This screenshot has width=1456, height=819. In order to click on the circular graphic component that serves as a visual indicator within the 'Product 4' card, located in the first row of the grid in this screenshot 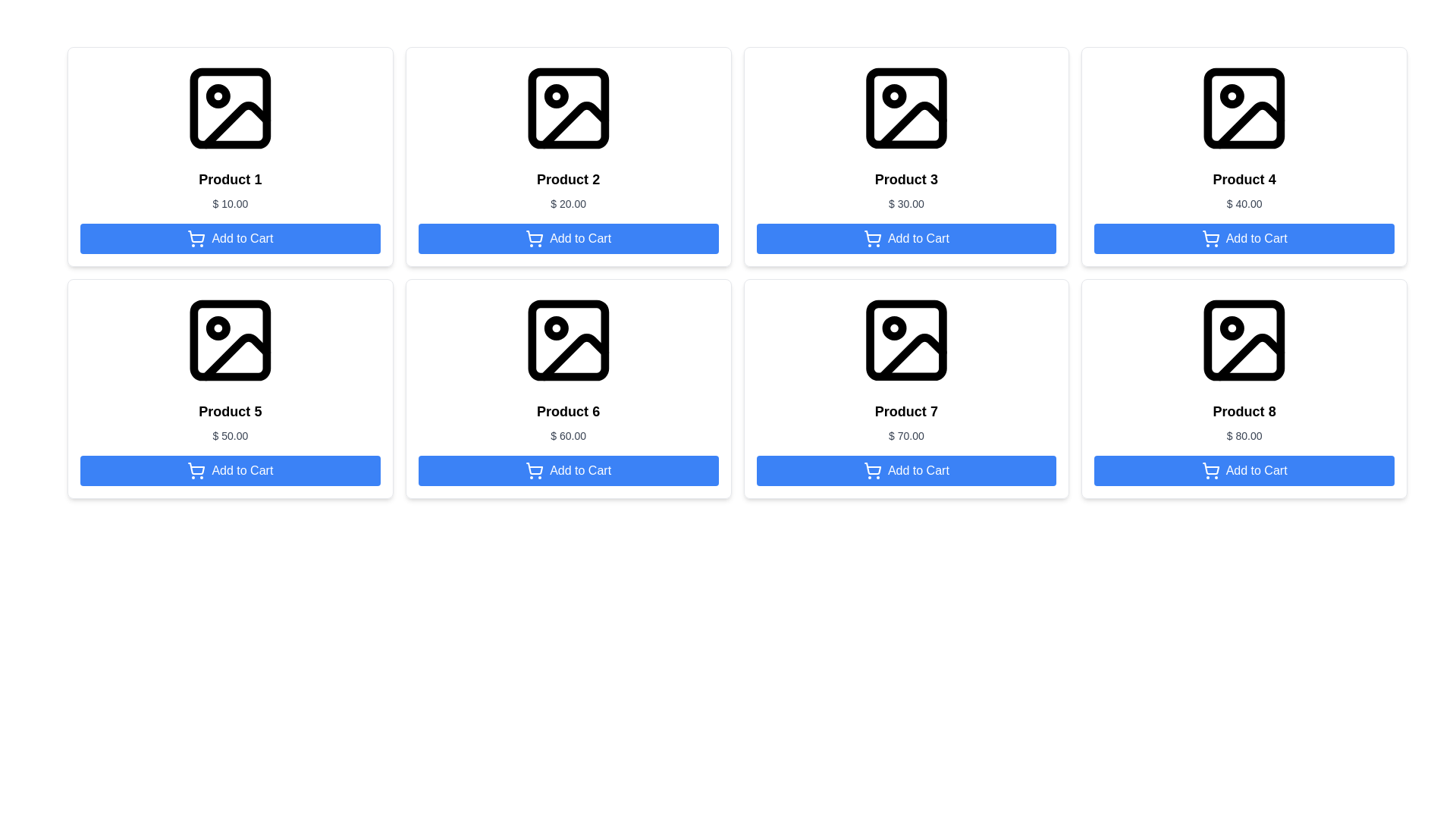, I will do `click(1232, 96)`.